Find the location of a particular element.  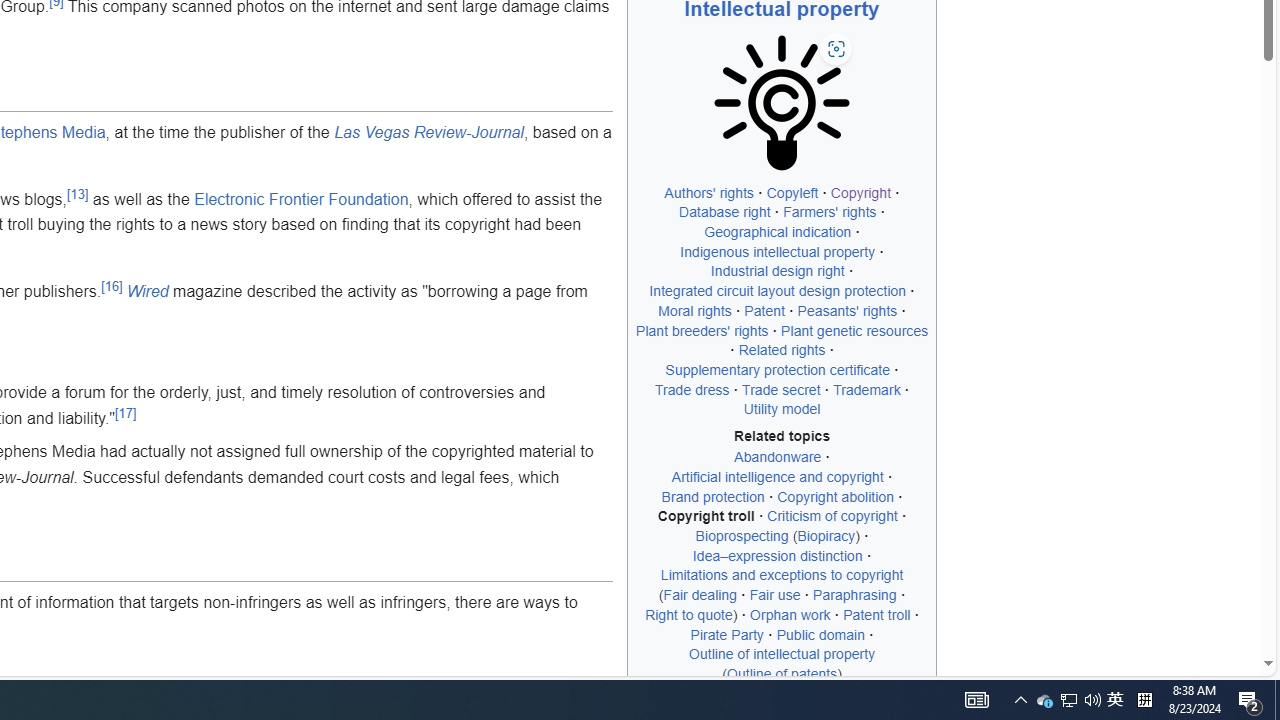

'Database right' is located at coordinates (723, 212).